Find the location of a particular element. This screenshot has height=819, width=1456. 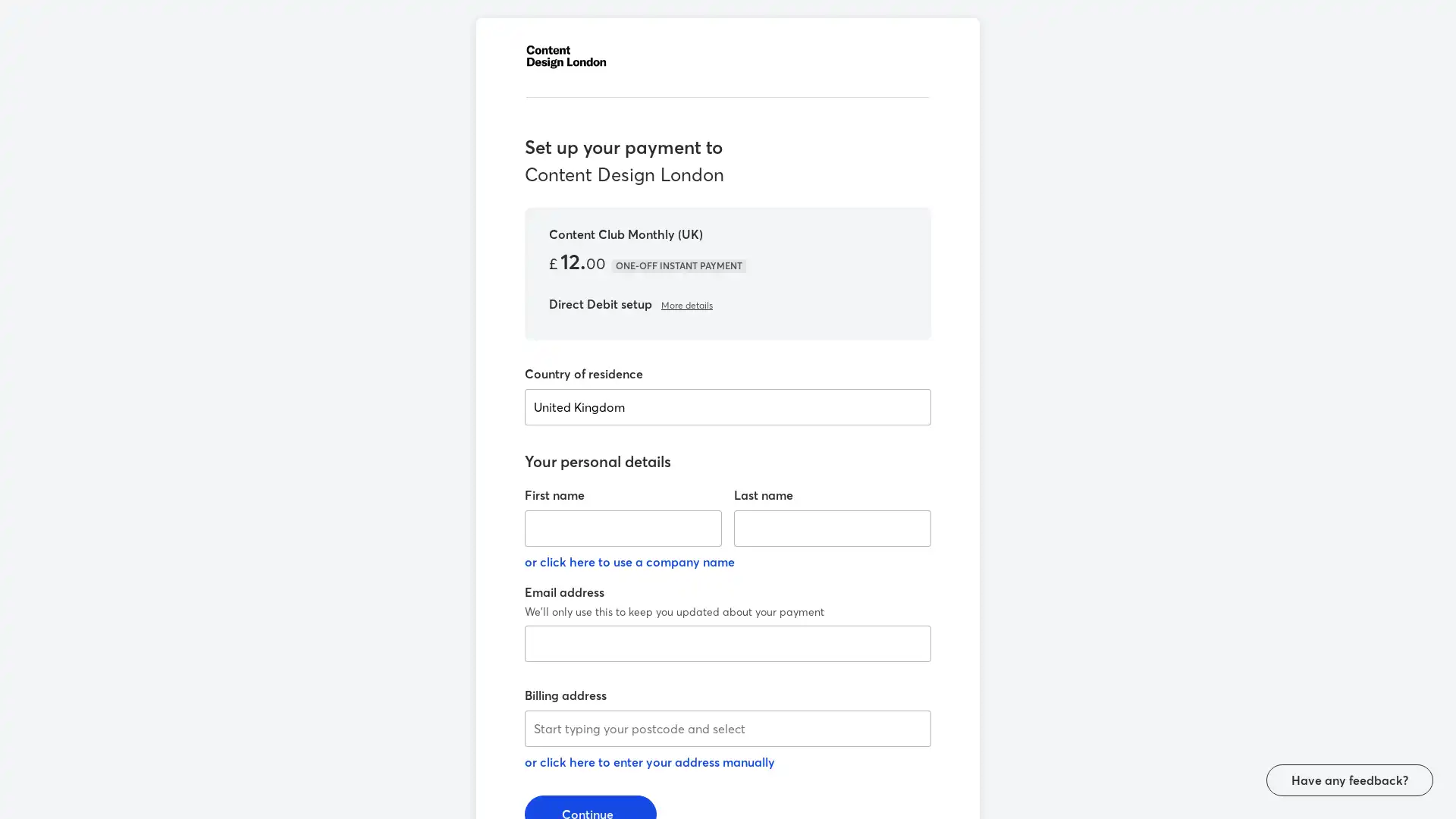

or click here to use a company name is located at coordinates (629, 558).